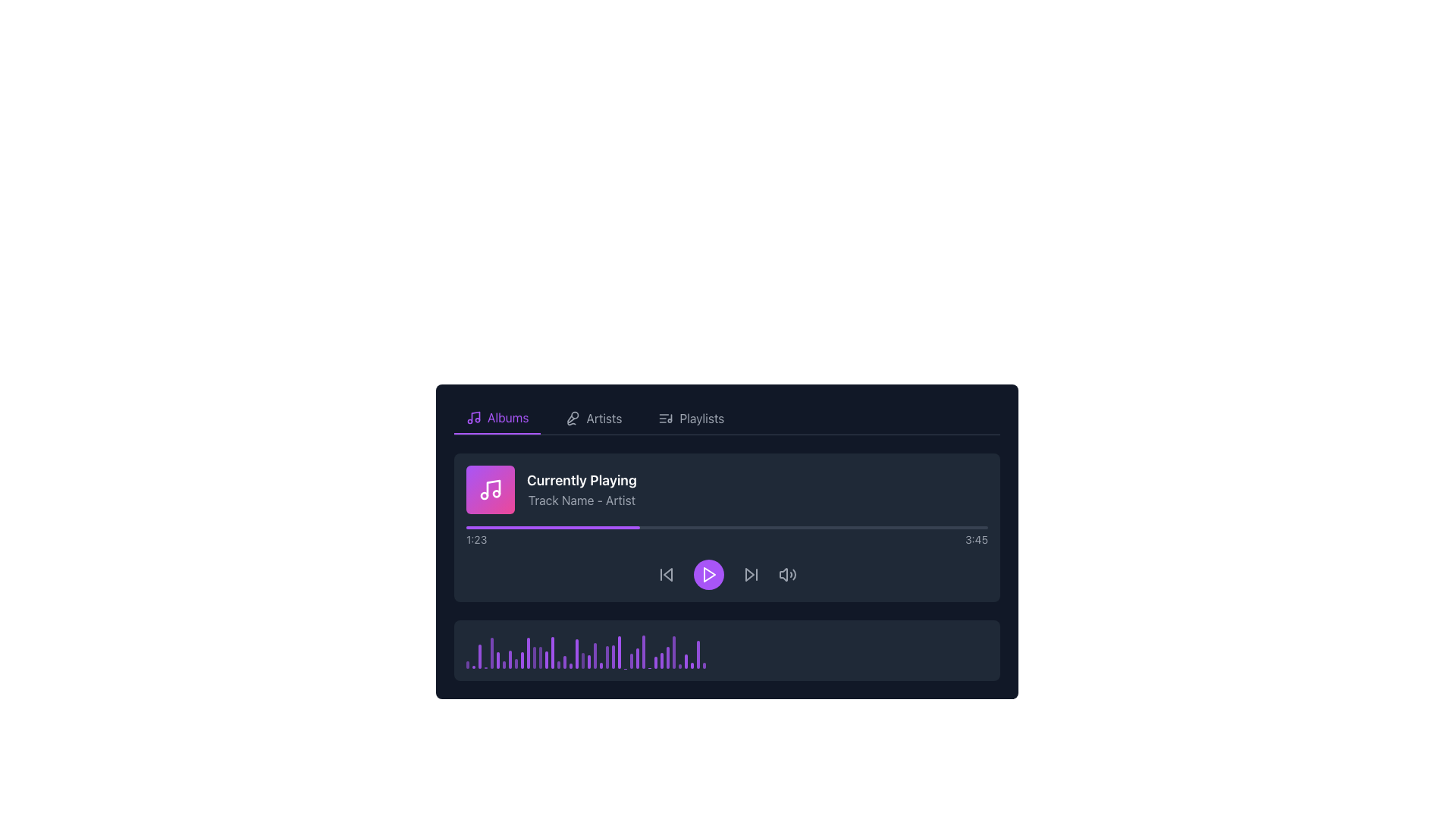 The width and height of the screenshot is (1456, 819). What do you see at coordinates (662, 660) in the screenshot?
I see `the graphical bar representing the data point within the bar chart, located towards the right end of the sequence of bars` at bounding box center [662, 660].